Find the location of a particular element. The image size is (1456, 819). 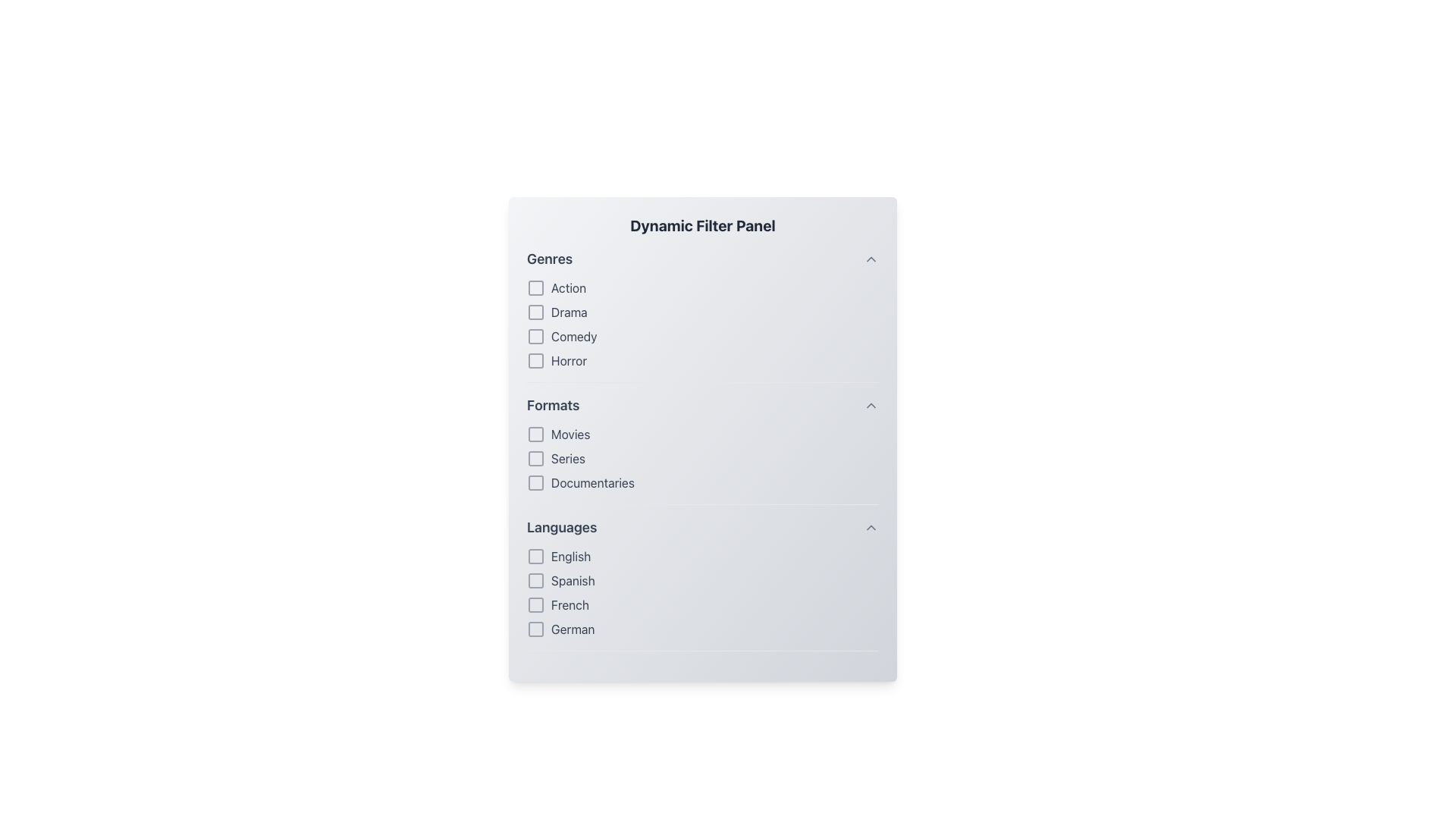

the third checkbox in the 'Genres' section of the filter panel is located at coordinates (535, 335).